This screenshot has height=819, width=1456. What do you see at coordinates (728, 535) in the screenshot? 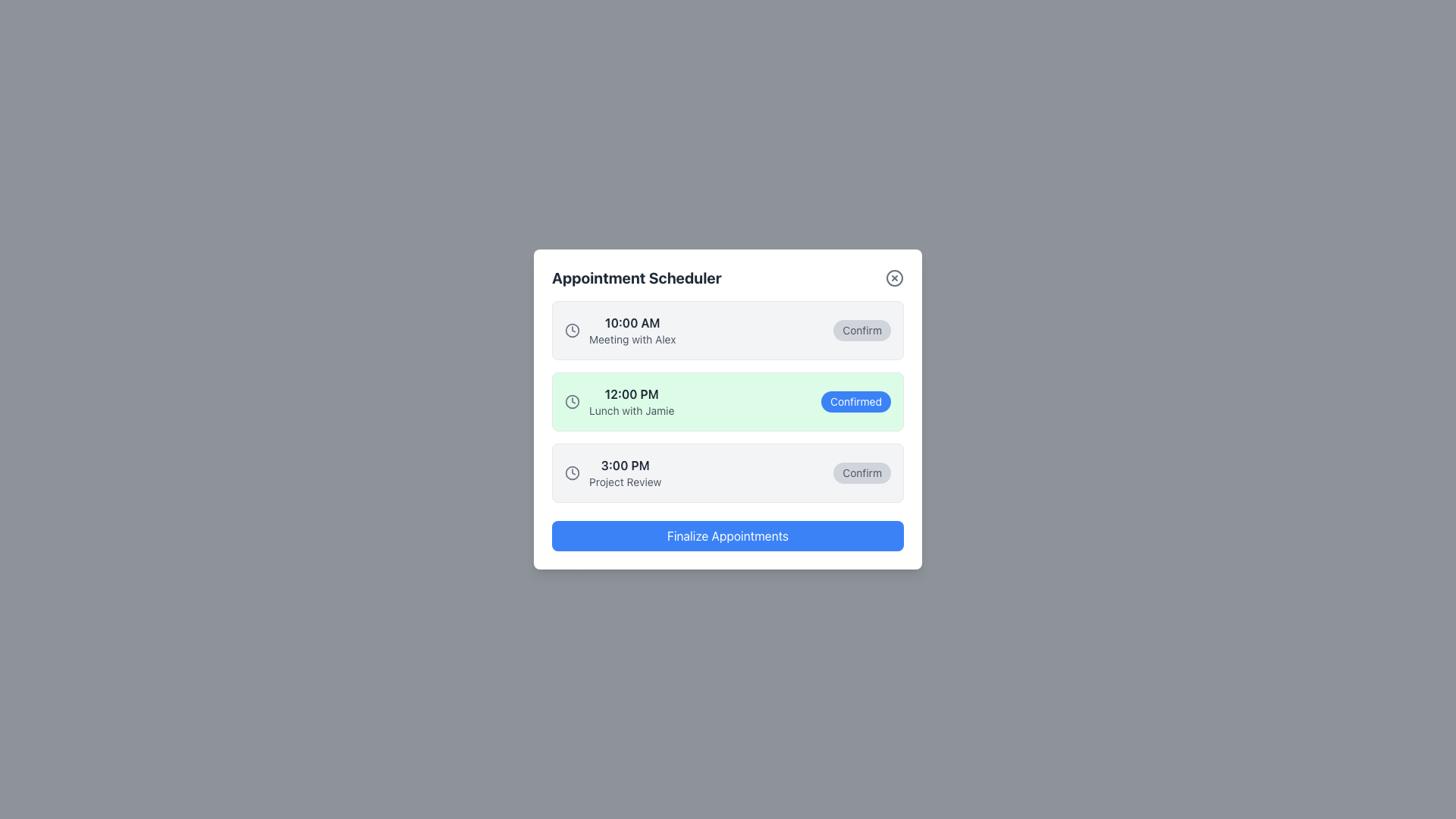
I see `the large rectangular button with a bright blue background and white text reading 'Finalize Appointments' located at the bottom of the Appointment Scheduler interface to finalize all appointments` at bounding box center [728, 535].